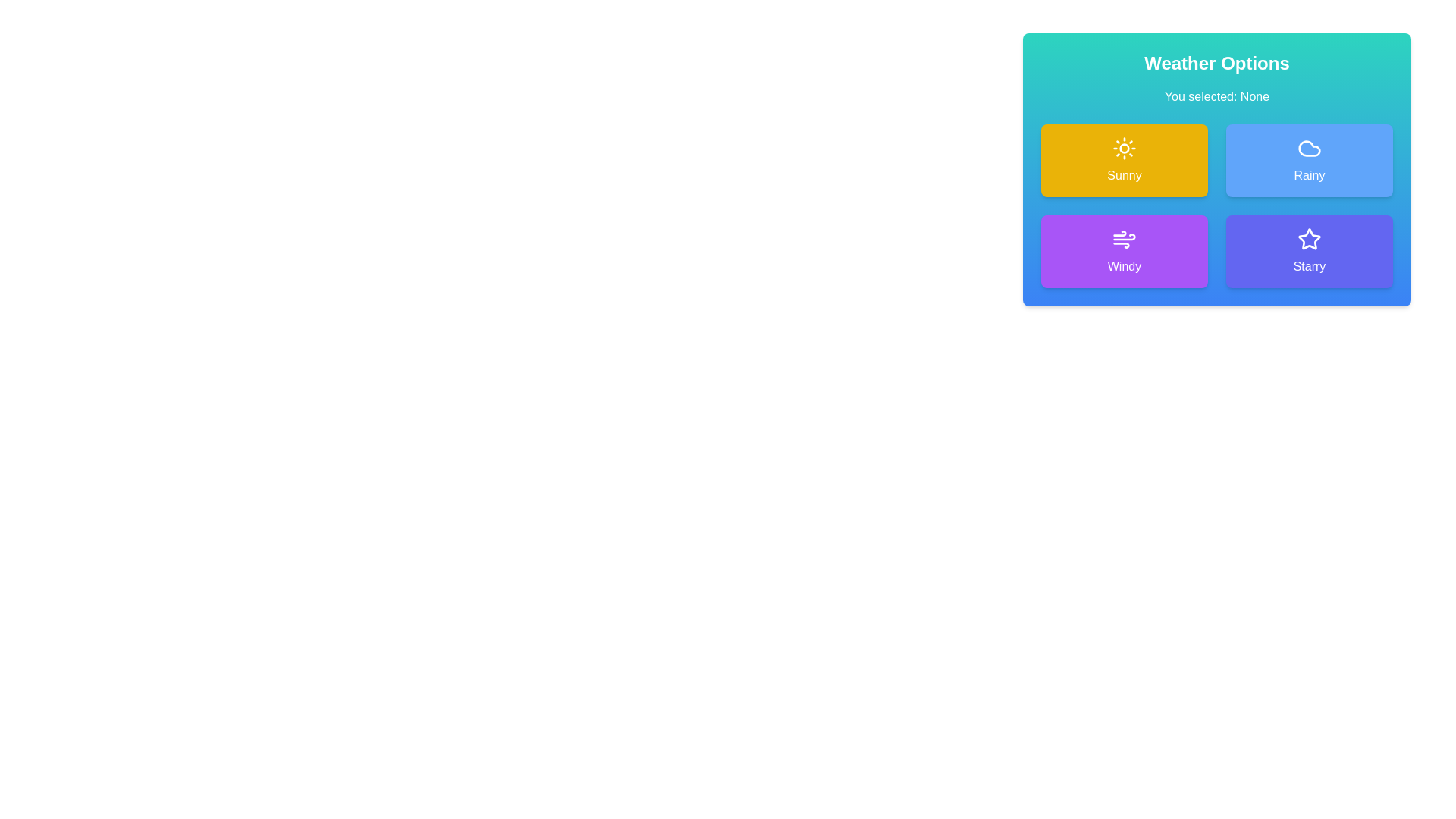  Describe the element at coordinates (1308, 239) in the screenshot. I see `the star icon in the bottom-right corner of the weather selection interface` at that location.